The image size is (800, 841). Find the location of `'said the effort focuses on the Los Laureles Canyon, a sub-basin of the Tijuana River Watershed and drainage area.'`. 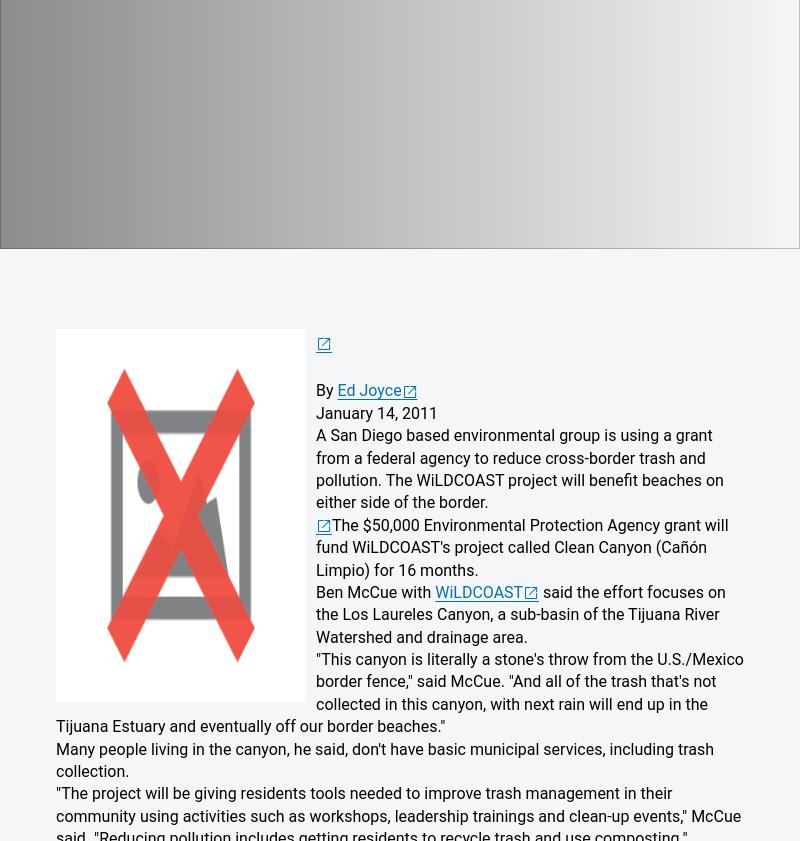

'said the effort focuses on the Los Laureles Canyon, a sub-basin of the Tijuana River Watershed and drainage area.' is located at coordinates (315, 614).